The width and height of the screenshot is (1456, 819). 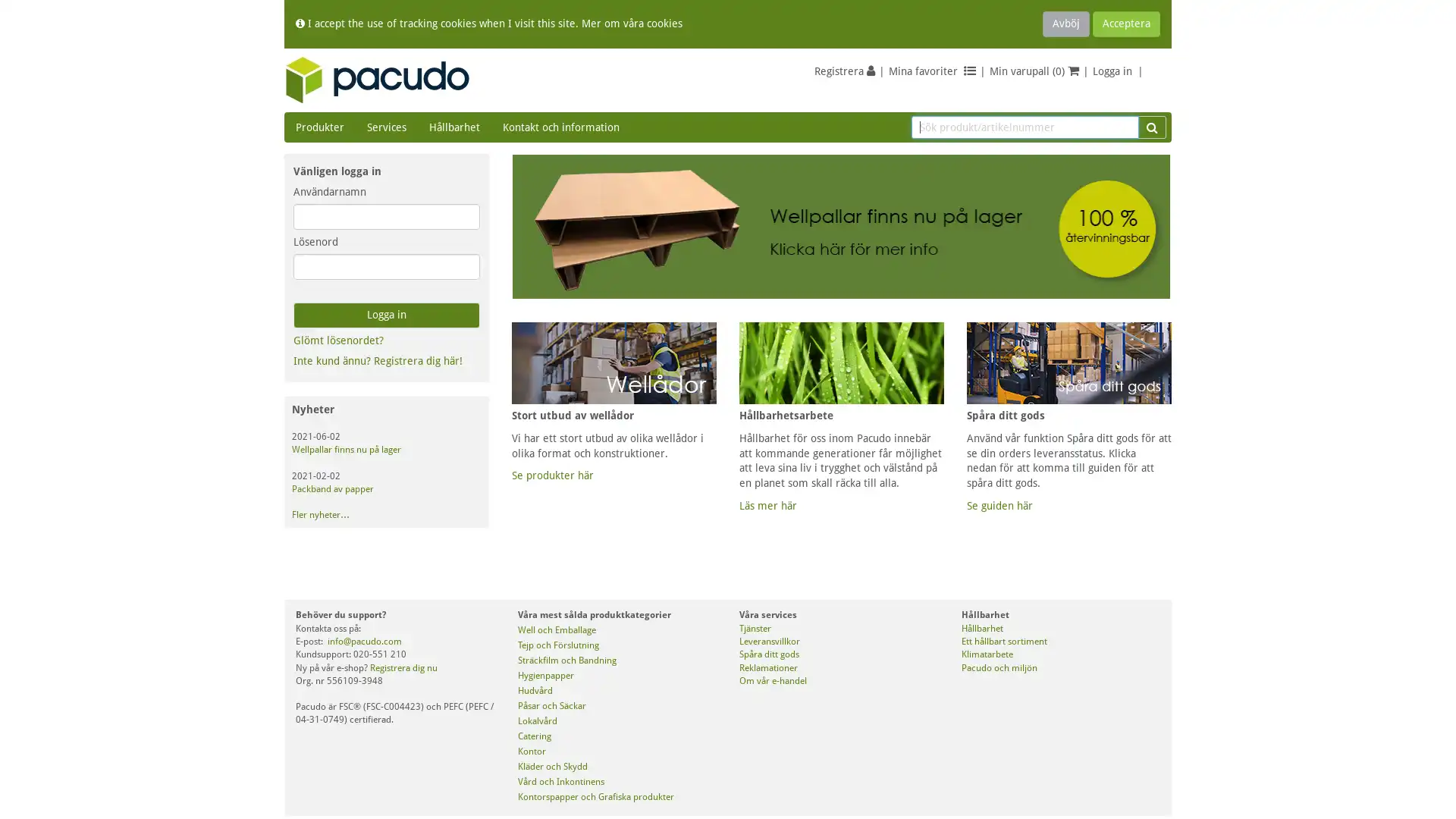 What do you see at coordinates (386, 315) in the screenshot?
I see `Logga in` at bounding box center [386, 315].